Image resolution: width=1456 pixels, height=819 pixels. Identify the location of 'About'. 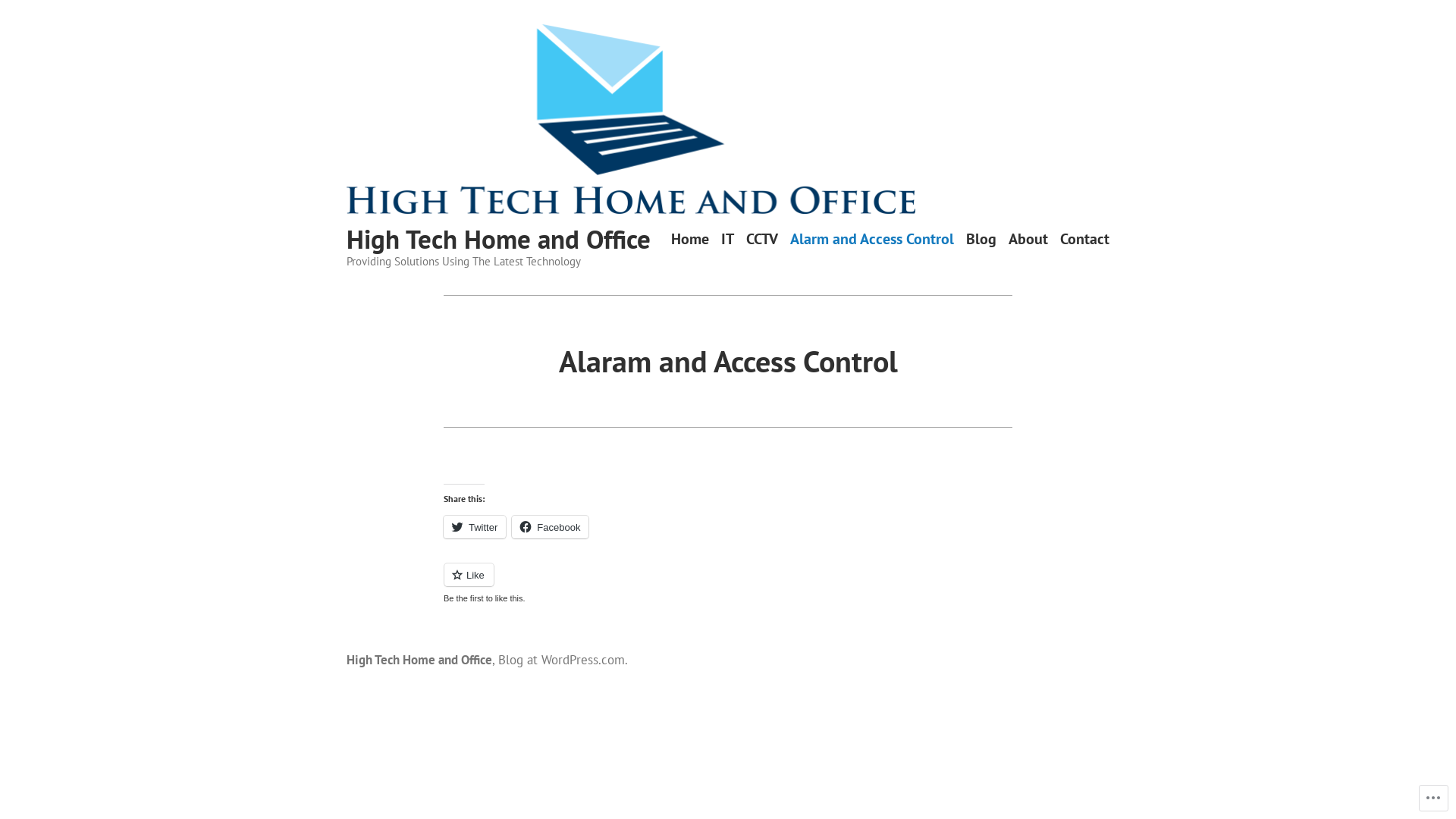
(1028, 239).